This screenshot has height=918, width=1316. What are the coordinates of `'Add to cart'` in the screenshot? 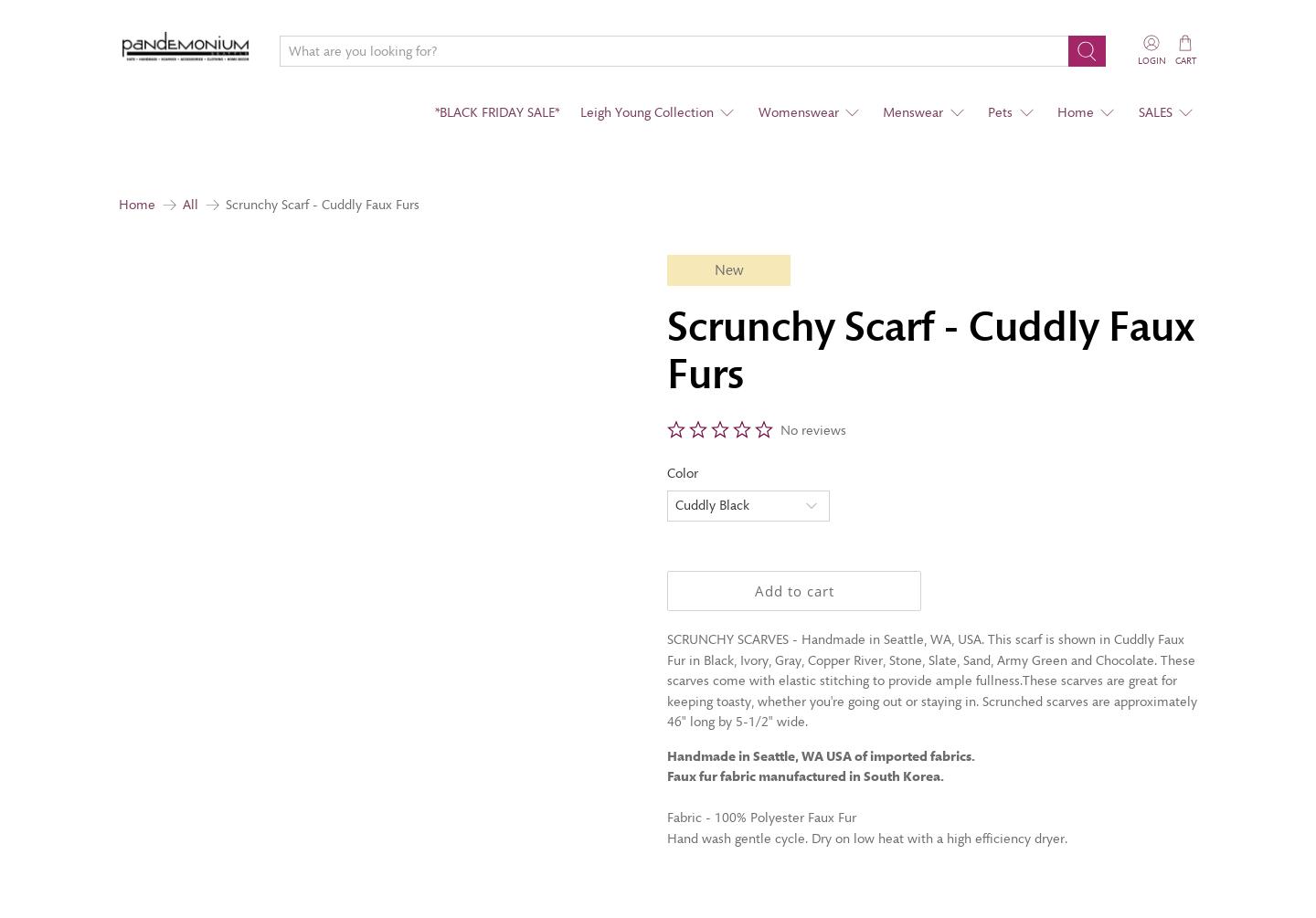 It's located at (792, 590).